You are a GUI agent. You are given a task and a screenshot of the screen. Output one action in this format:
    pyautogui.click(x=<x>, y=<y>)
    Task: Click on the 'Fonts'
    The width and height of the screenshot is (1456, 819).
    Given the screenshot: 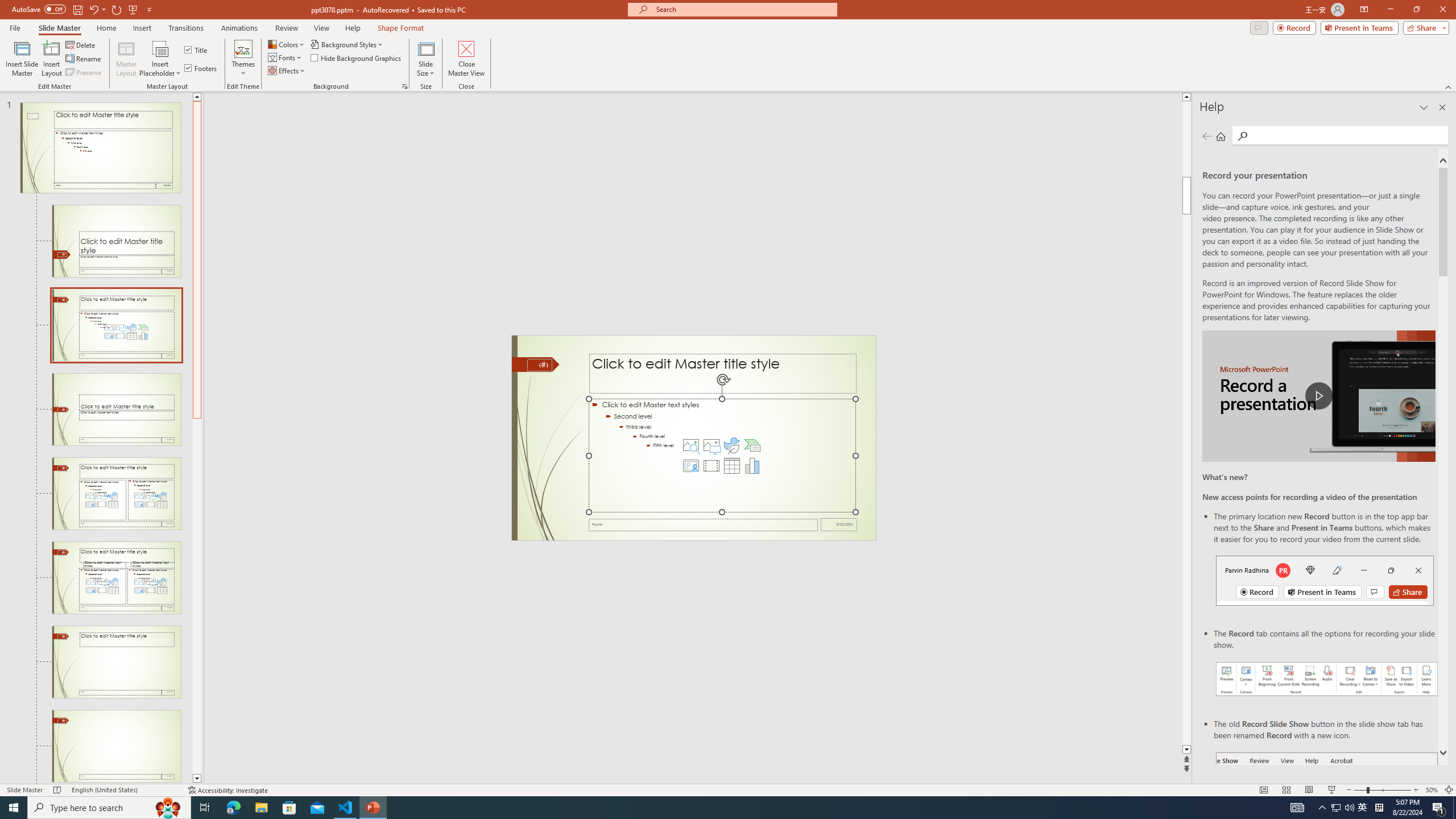 What is the action you would take?
    pyautogui.click(x=286, y=56)
    